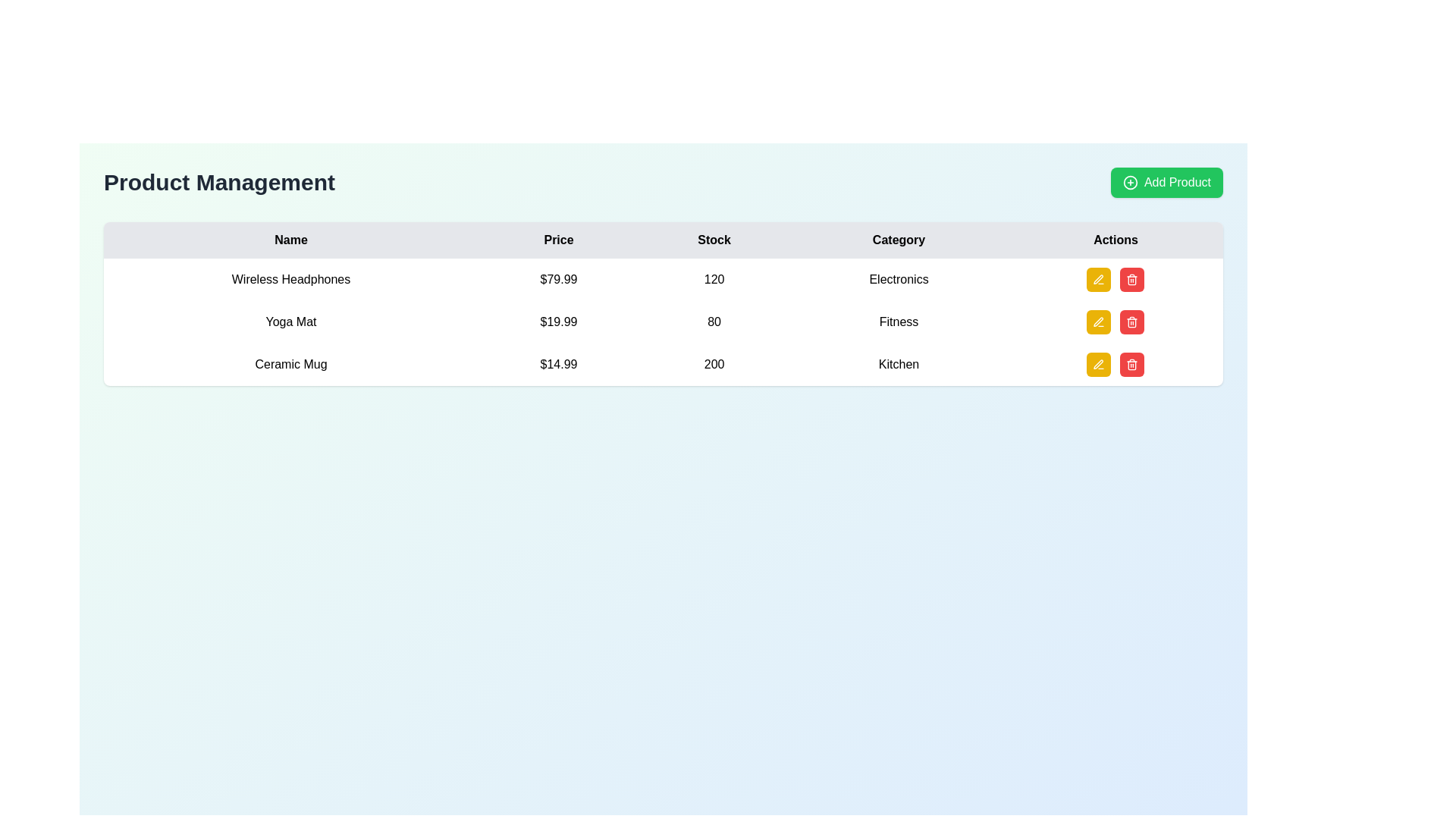 This screenshot has width=1456, height=819. I want to click on the 'Add Product' button with a vibrant green background and a white plus icon, so click(1166, 181).